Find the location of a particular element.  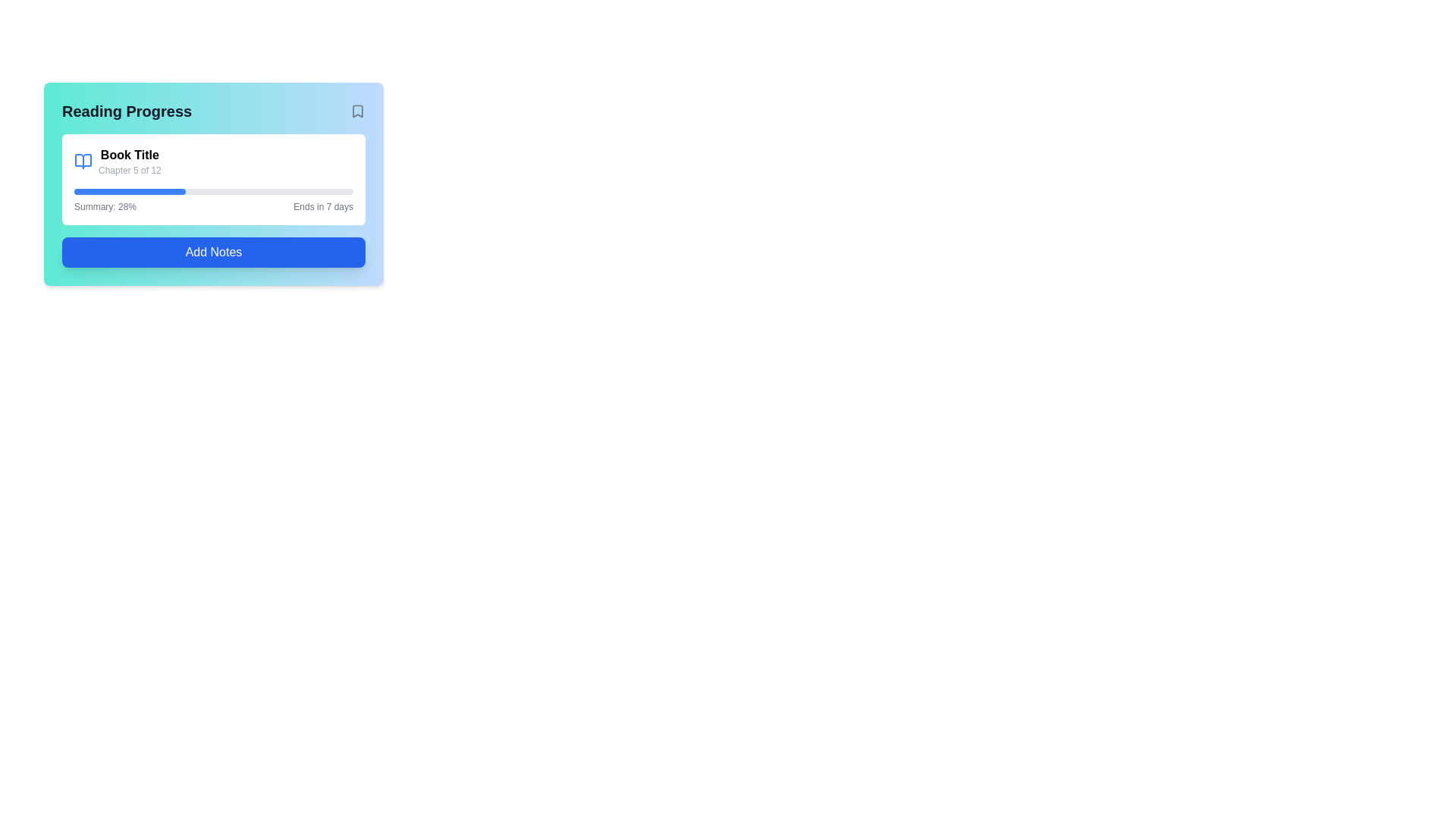

the blue rectangular button labeled 'Add Notes' located at the bottom of the card interface is located at coordinates (213, 251).